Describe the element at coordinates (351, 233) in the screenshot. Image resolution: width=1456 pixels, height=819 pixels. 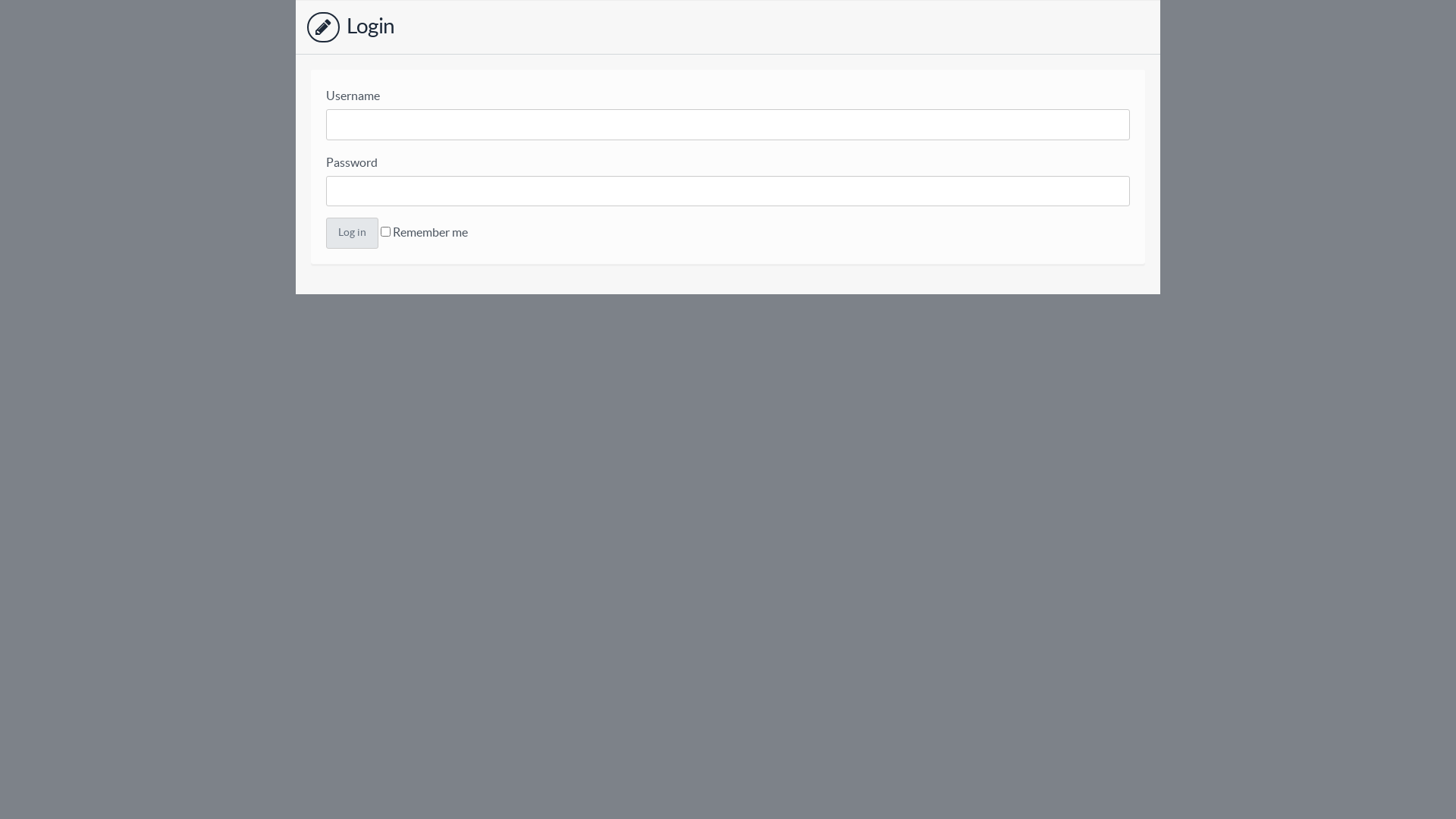
I see `'Log in'` at that location.